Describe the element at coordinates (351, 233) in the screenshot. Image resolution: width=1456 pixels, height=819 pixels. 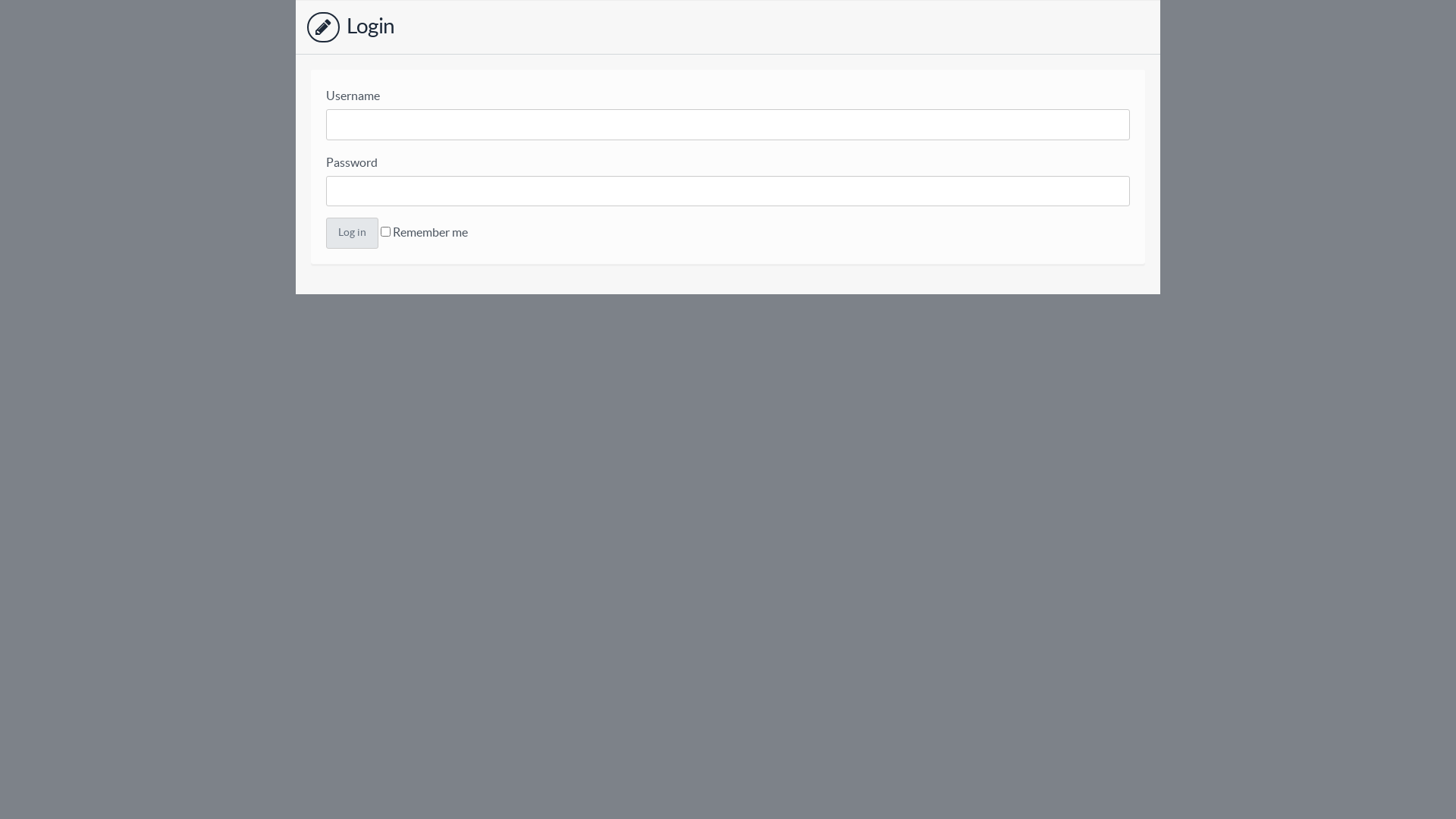
I see `'Log in'` at that location.